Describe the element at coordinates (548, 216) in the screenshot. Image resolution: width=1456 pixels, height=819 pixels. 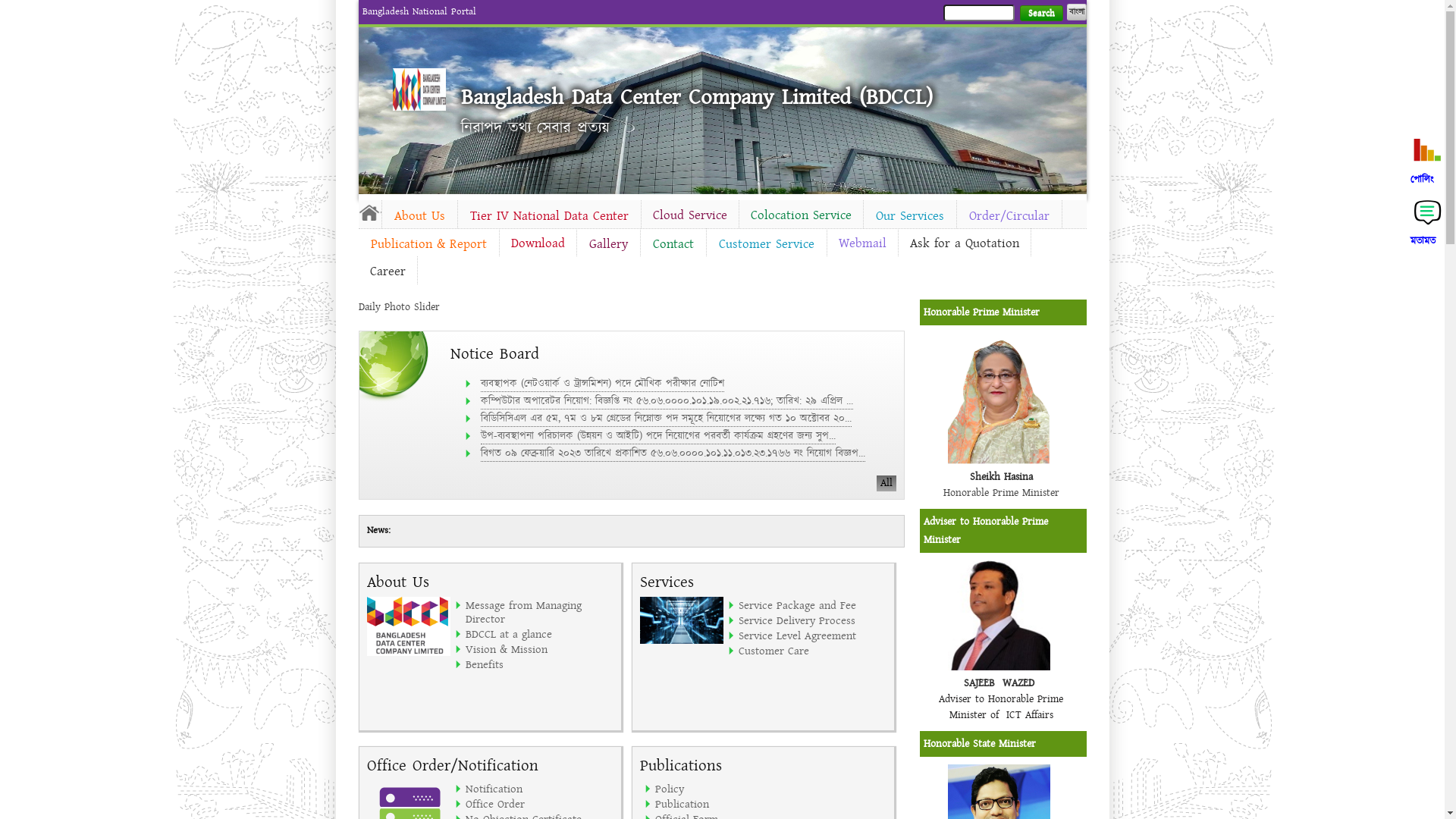
I see `'Tier IV National Data Center'` at that location.